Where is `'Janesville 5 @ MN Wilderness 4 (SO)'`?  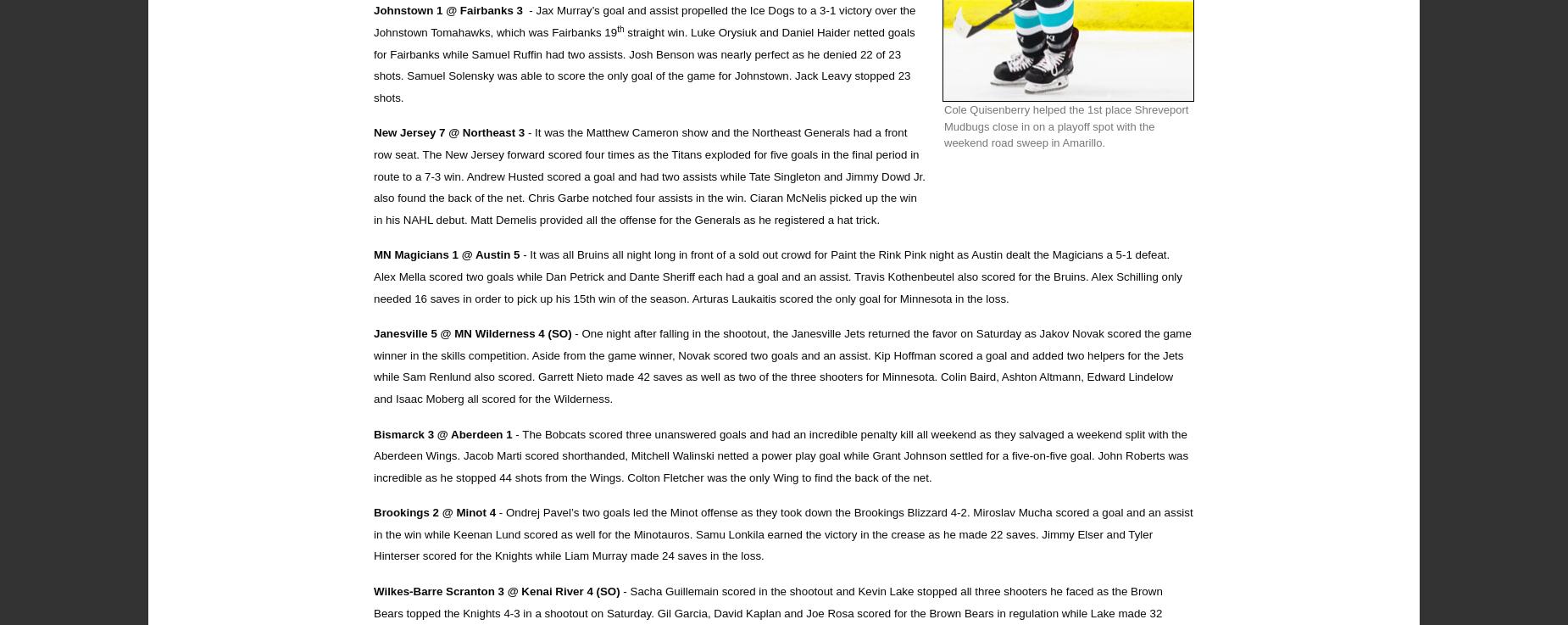
'Janesville 5 @ MN Wilderness 4 (SO)' is located at coordinates (474, 333).